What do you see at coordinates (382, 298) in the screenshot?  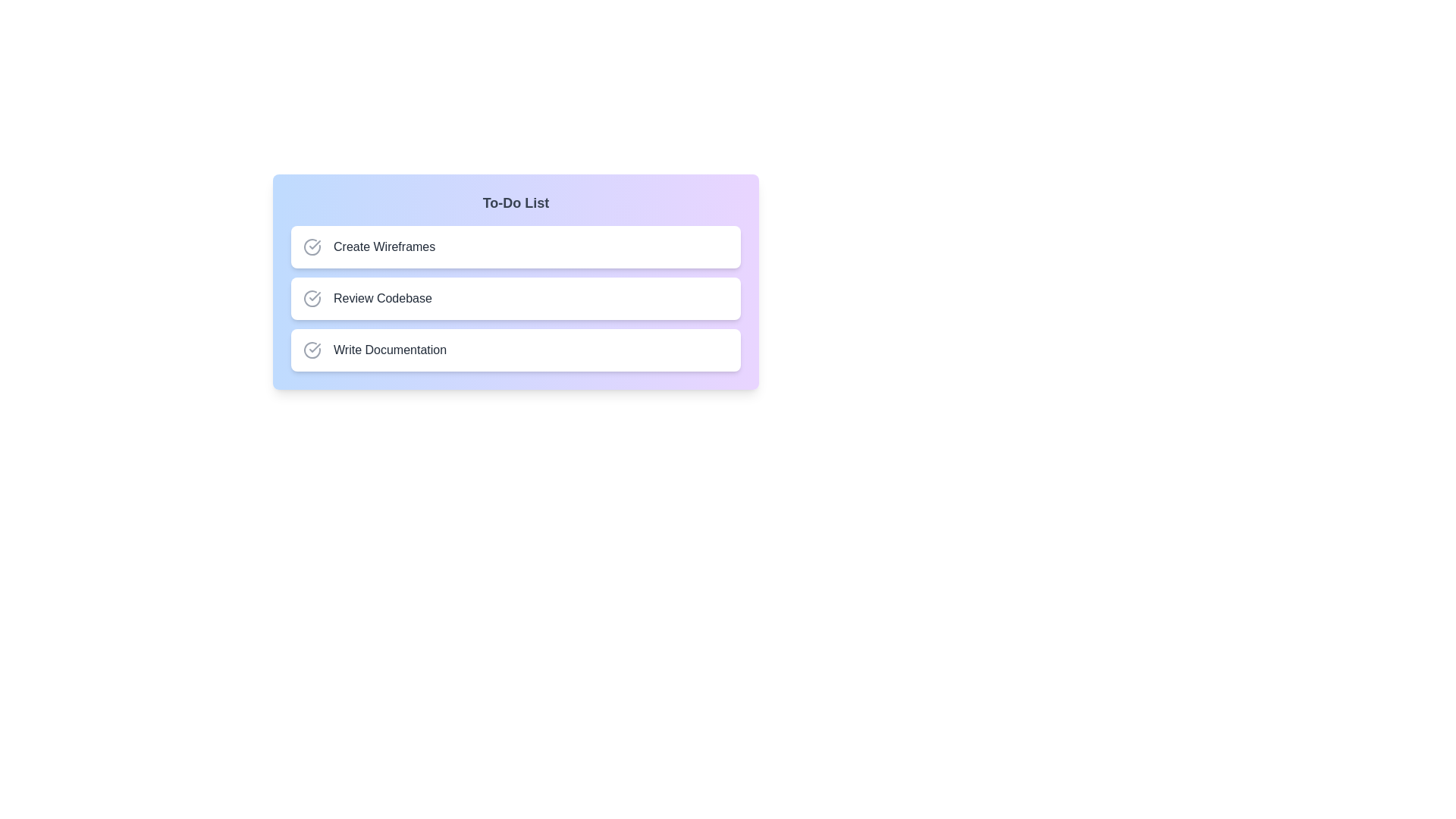 I see `the task Review Codebase by clicking on its text` at bounding box center [382, 298].